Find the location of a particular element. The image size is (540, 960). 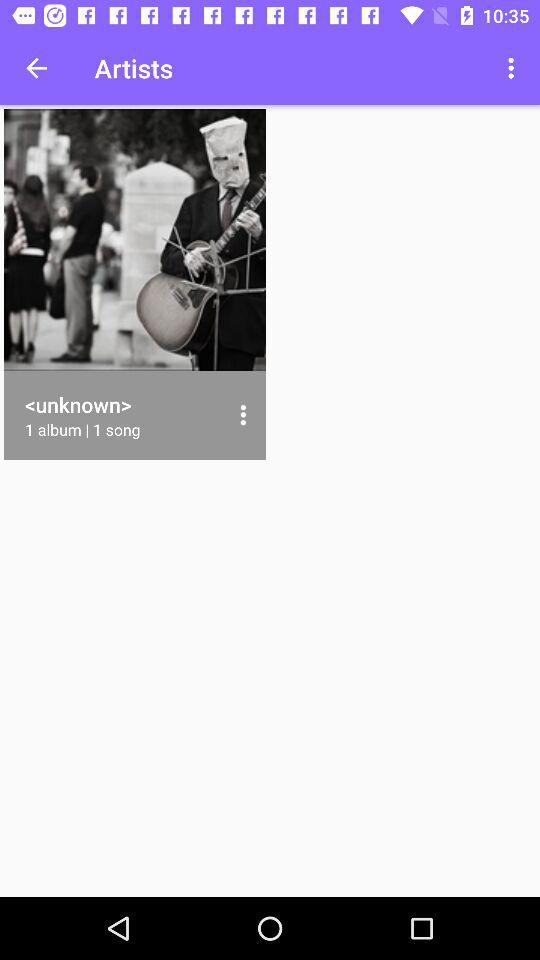

item next to 1 album 1 icon is located at coordinates (243, 414).